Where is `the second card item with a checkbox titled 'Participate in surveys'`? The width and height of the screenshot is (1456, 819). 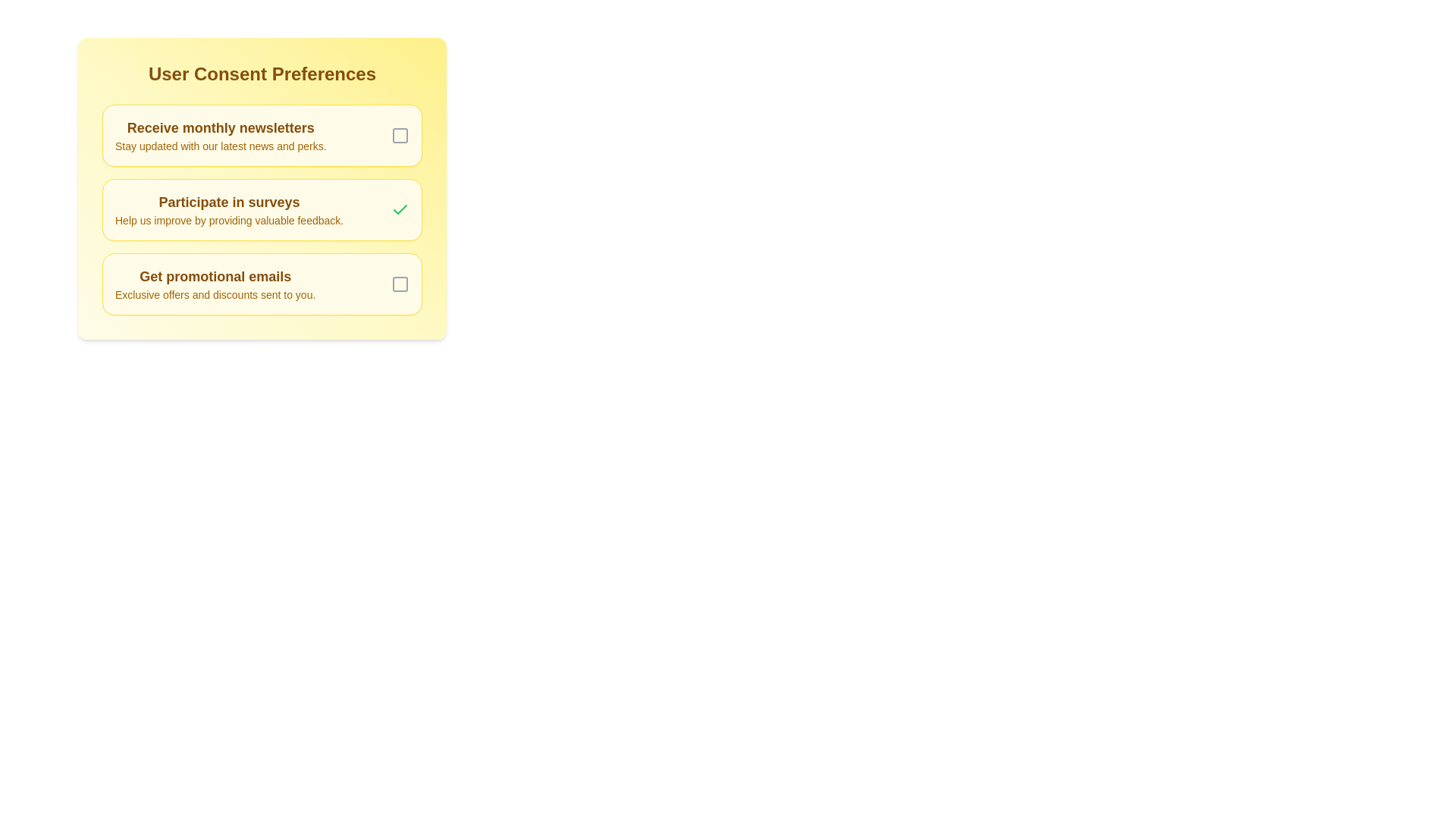
the second card item with a checkbox titled 'Participate in surveys' is located at coordinates (262, 210).